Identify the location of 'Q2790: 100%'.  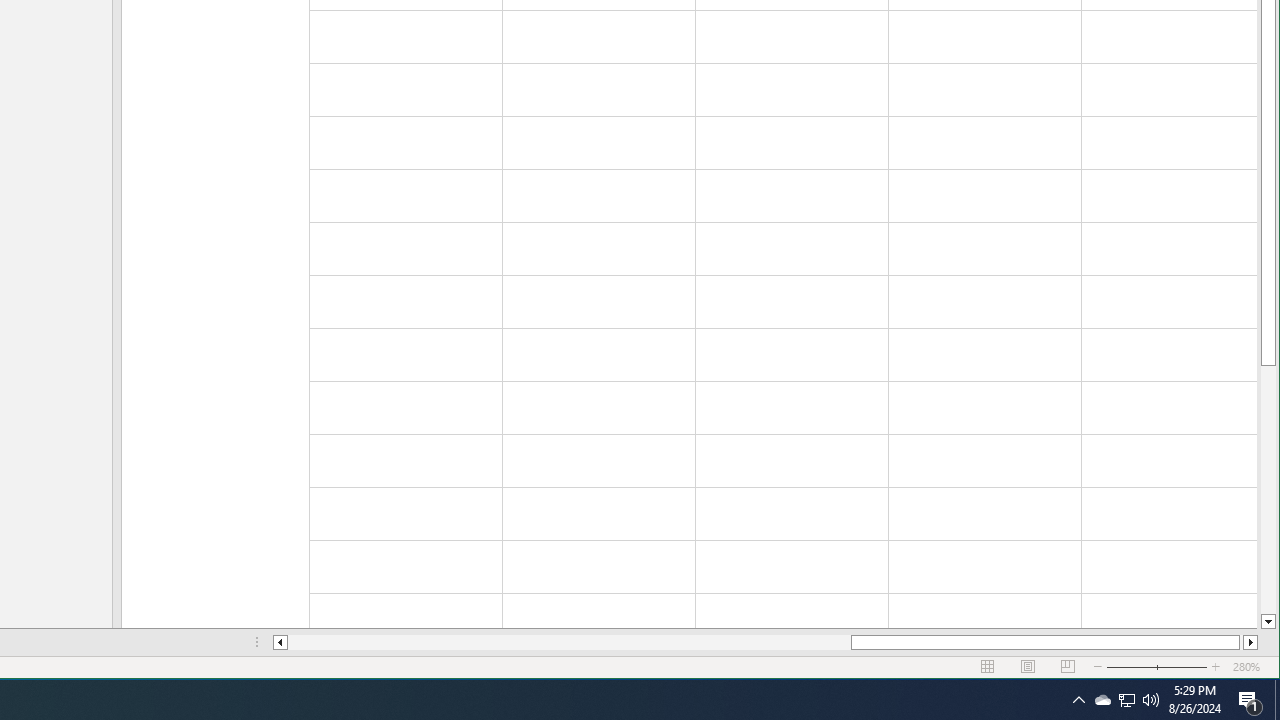
(1151, 698).